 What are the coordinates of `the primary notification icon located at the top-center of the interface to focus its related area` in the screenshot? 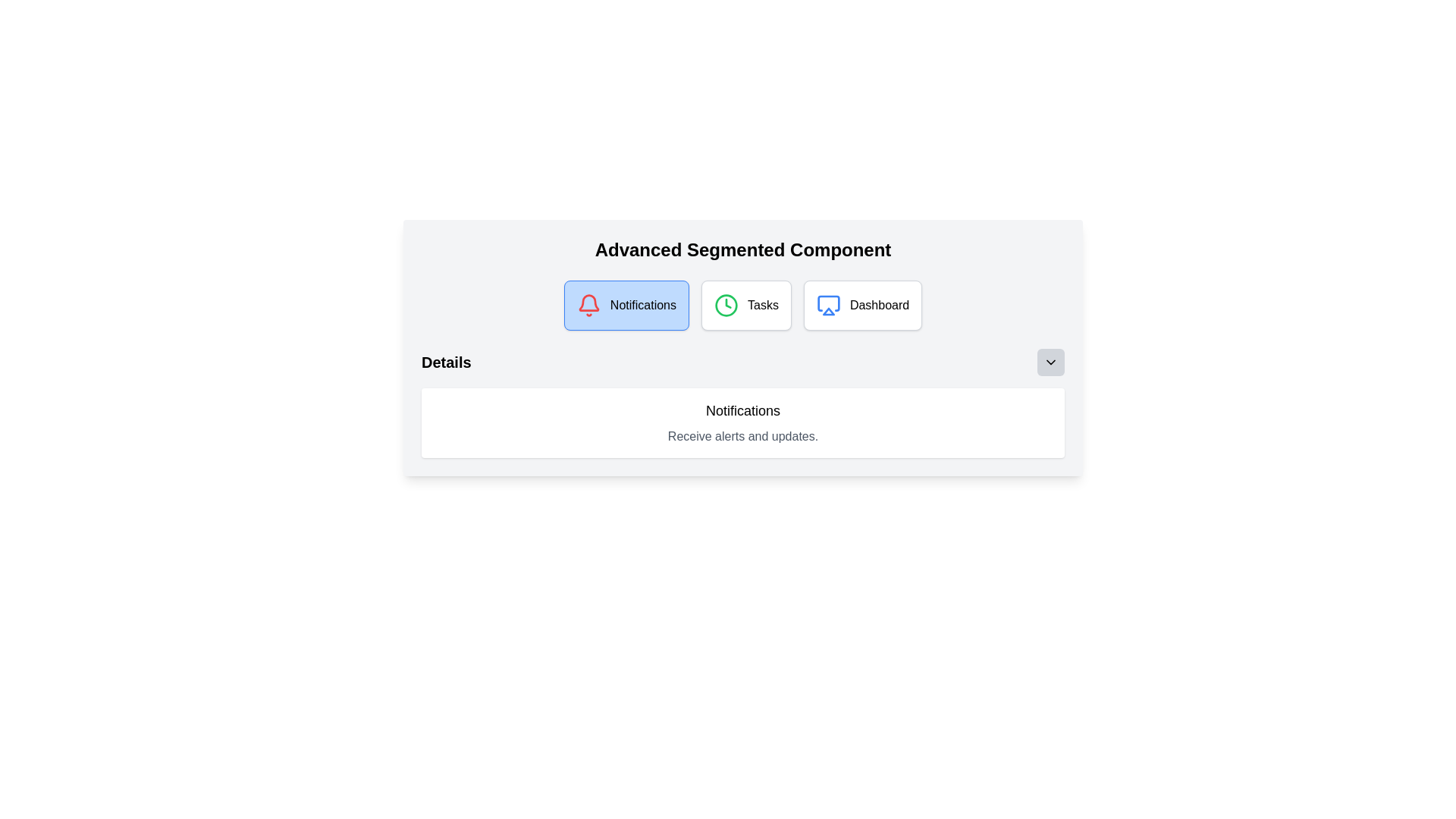 It's located at (588, 303).